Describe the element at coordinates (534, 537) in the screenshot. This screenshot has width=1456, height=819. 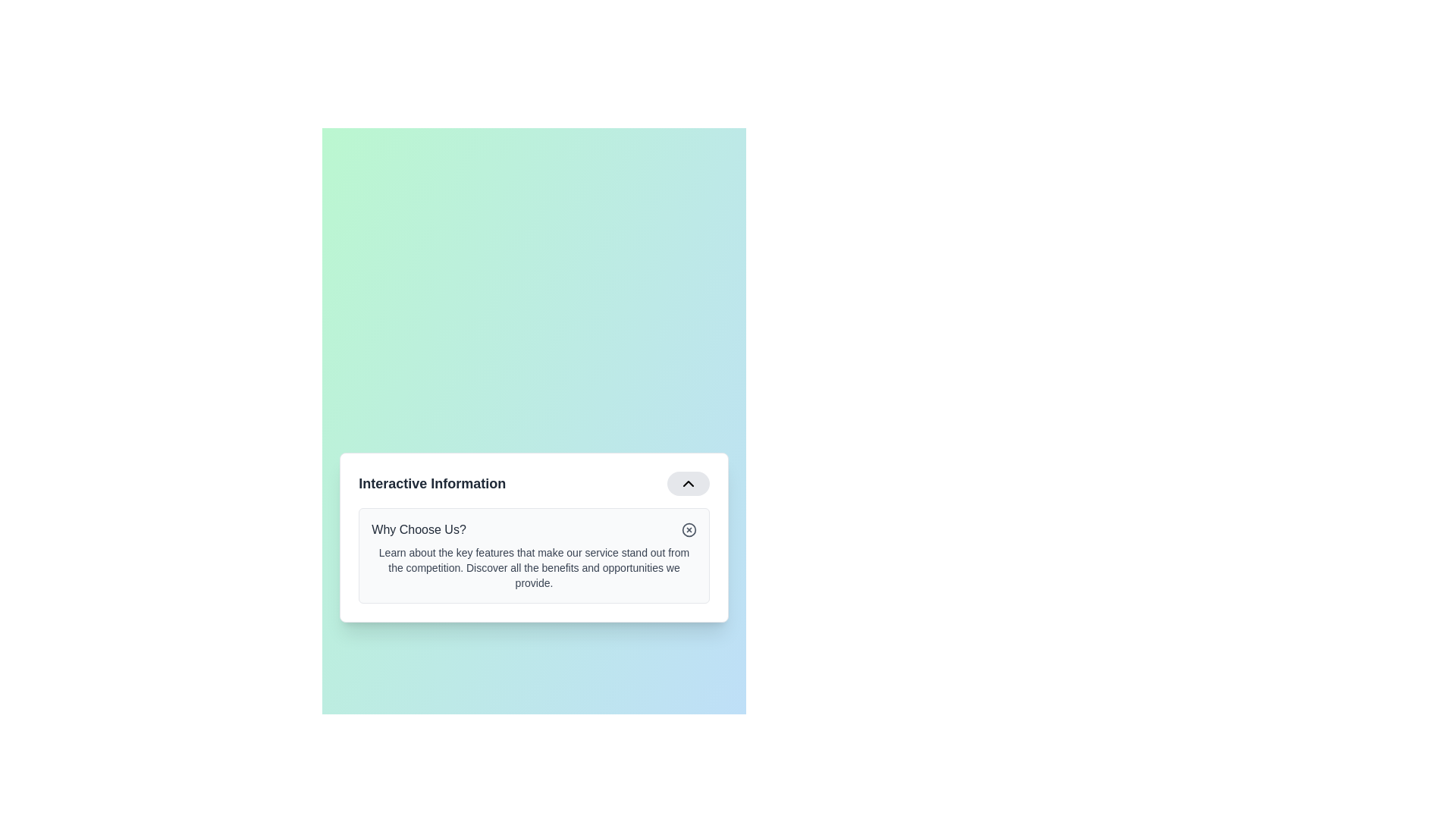
I see `the collapsible information panel titled 'Interactive Information'` at that location.